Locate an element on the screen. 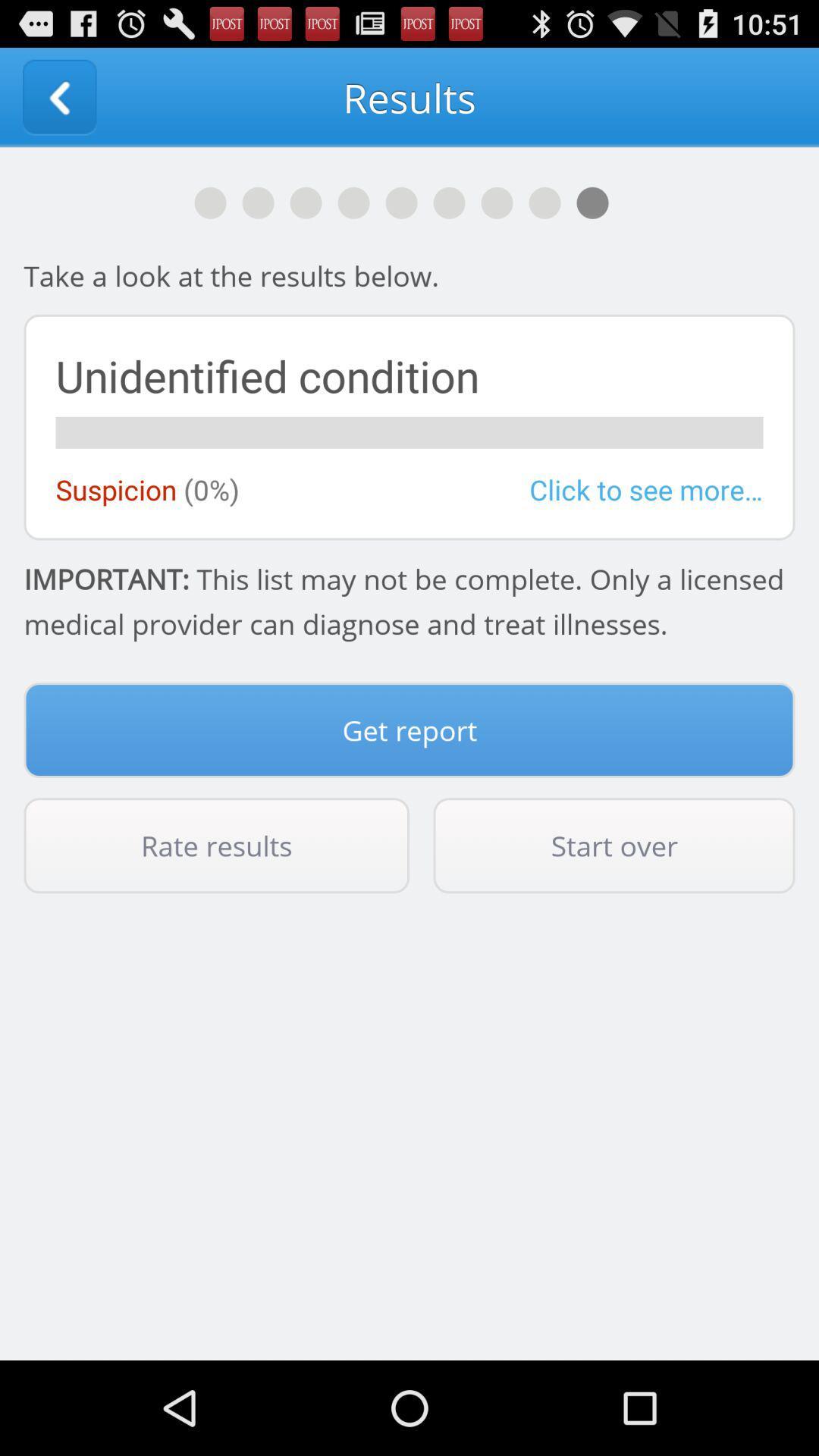  previous page is located at coordinates (58, 96).